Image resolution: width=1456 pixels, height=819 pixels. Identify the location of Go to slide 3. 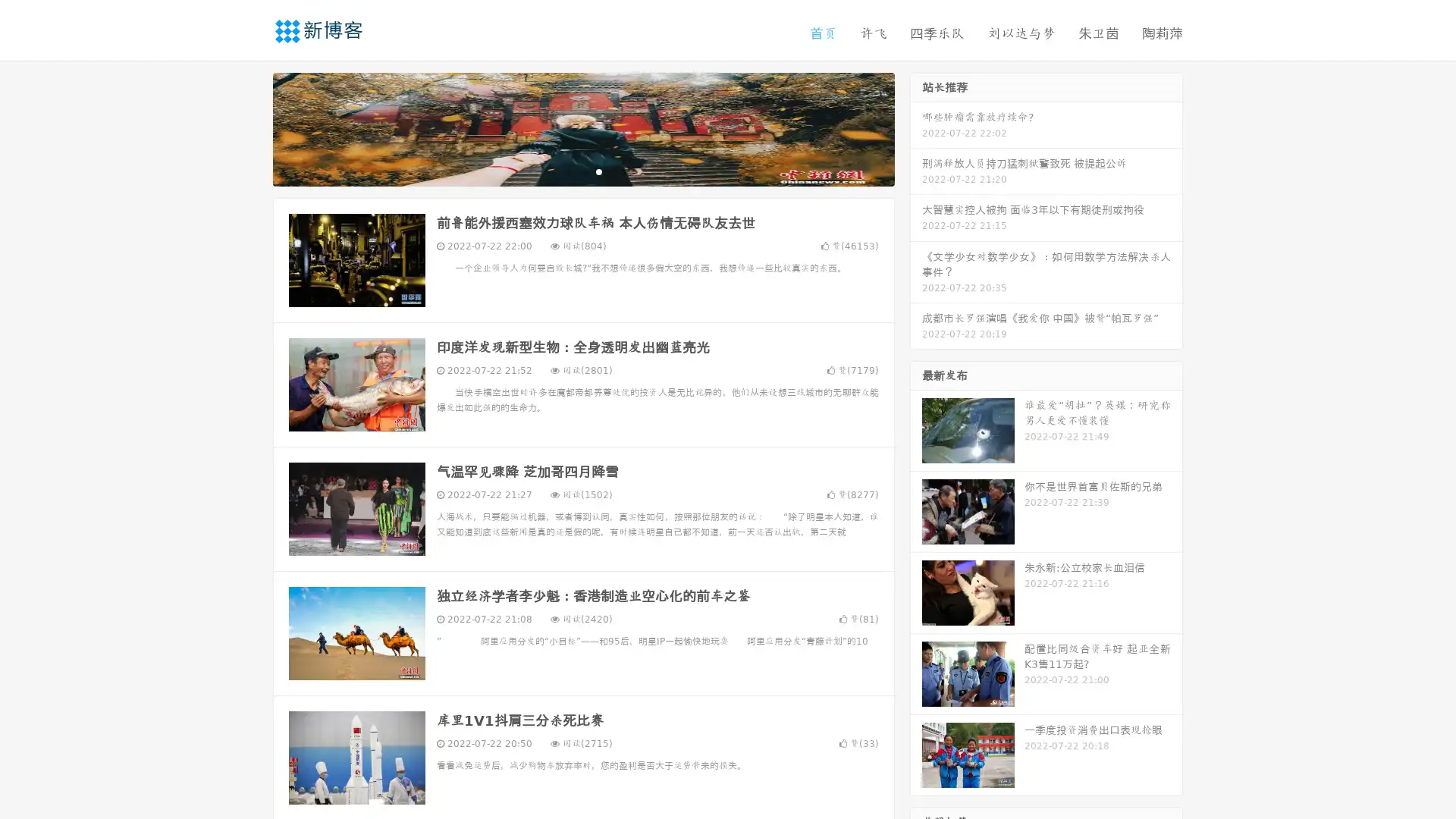
(598, 171).